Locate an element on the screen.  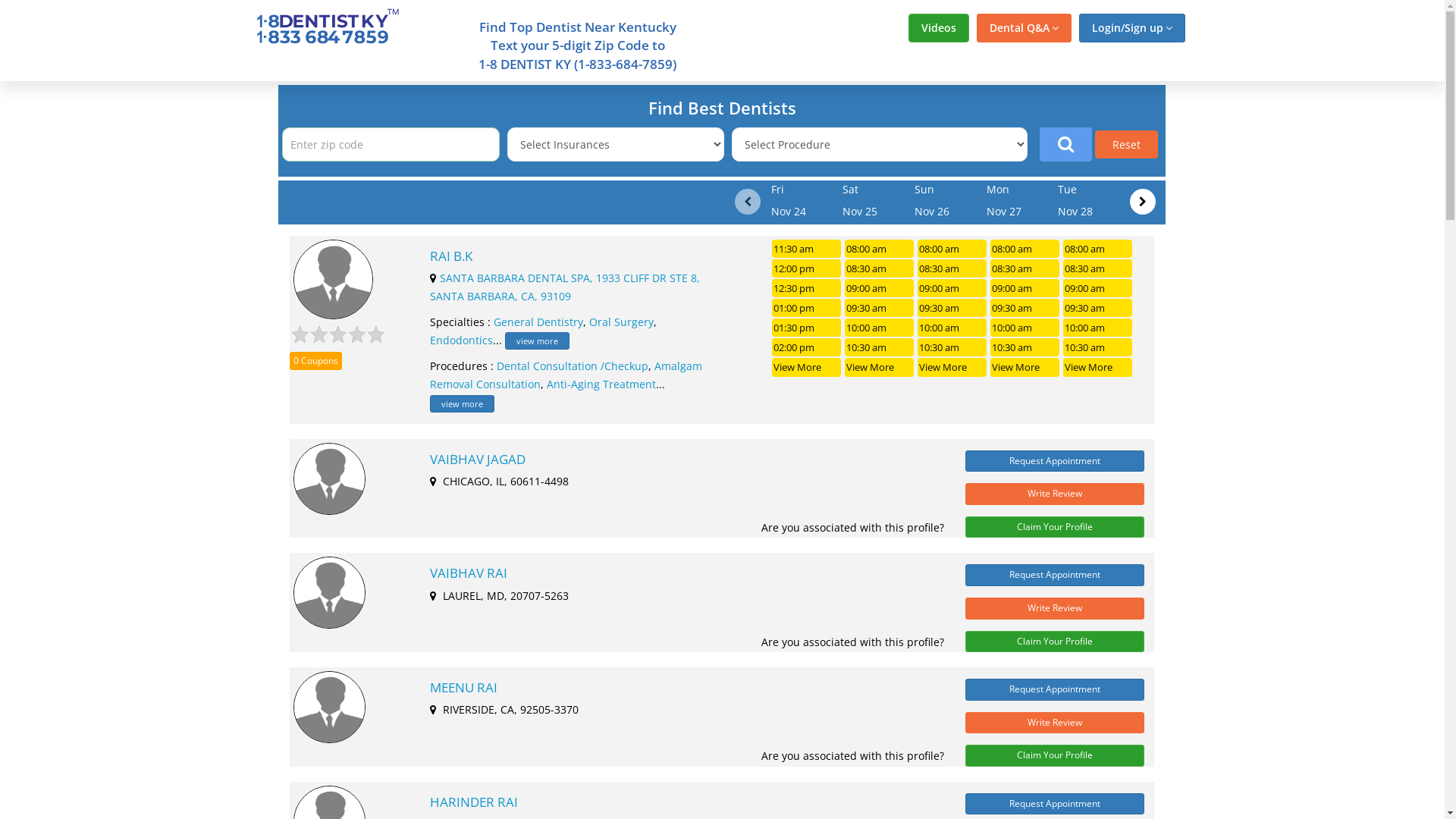
'Request Appointment' is located at coordinates (964, 460).